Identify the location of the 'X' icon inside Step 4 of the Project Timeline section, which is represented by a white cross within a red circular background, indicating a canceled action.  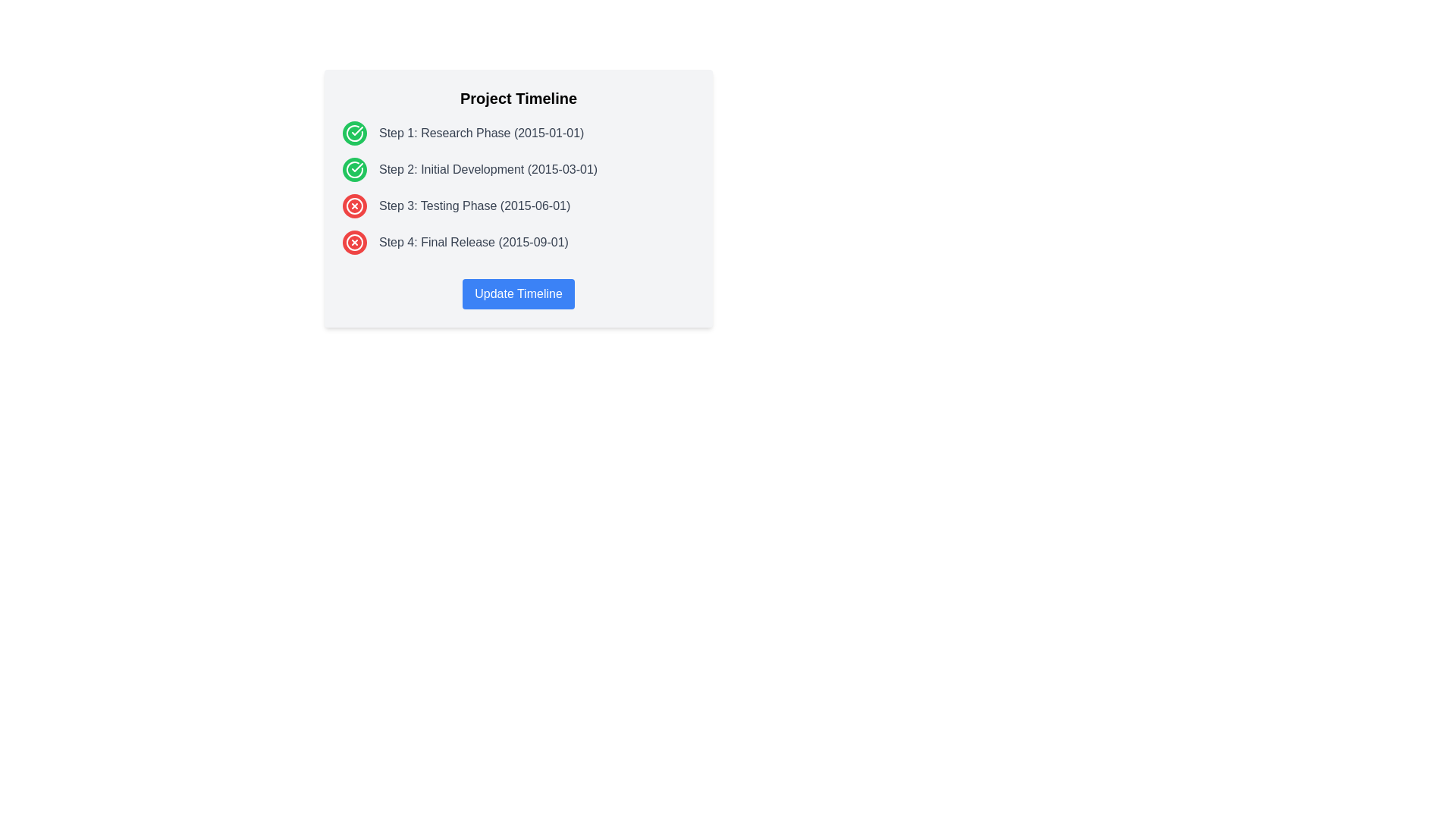
(353, 206).